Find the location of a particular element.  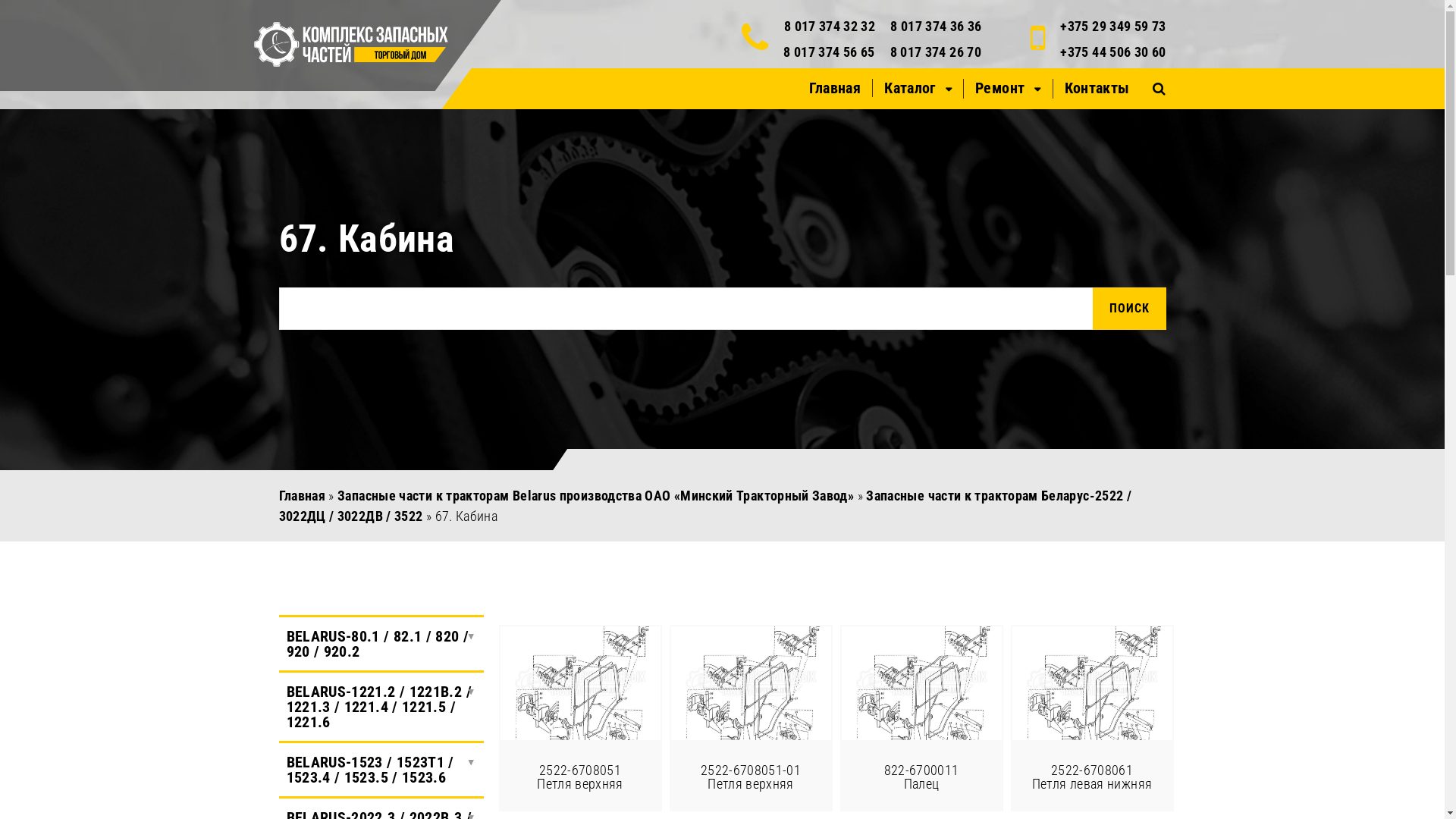

'BELARUS-1523 / 1523T1 / 1523.4 / 1523.5 / 1523.6' is located at coordinates (381, 769).